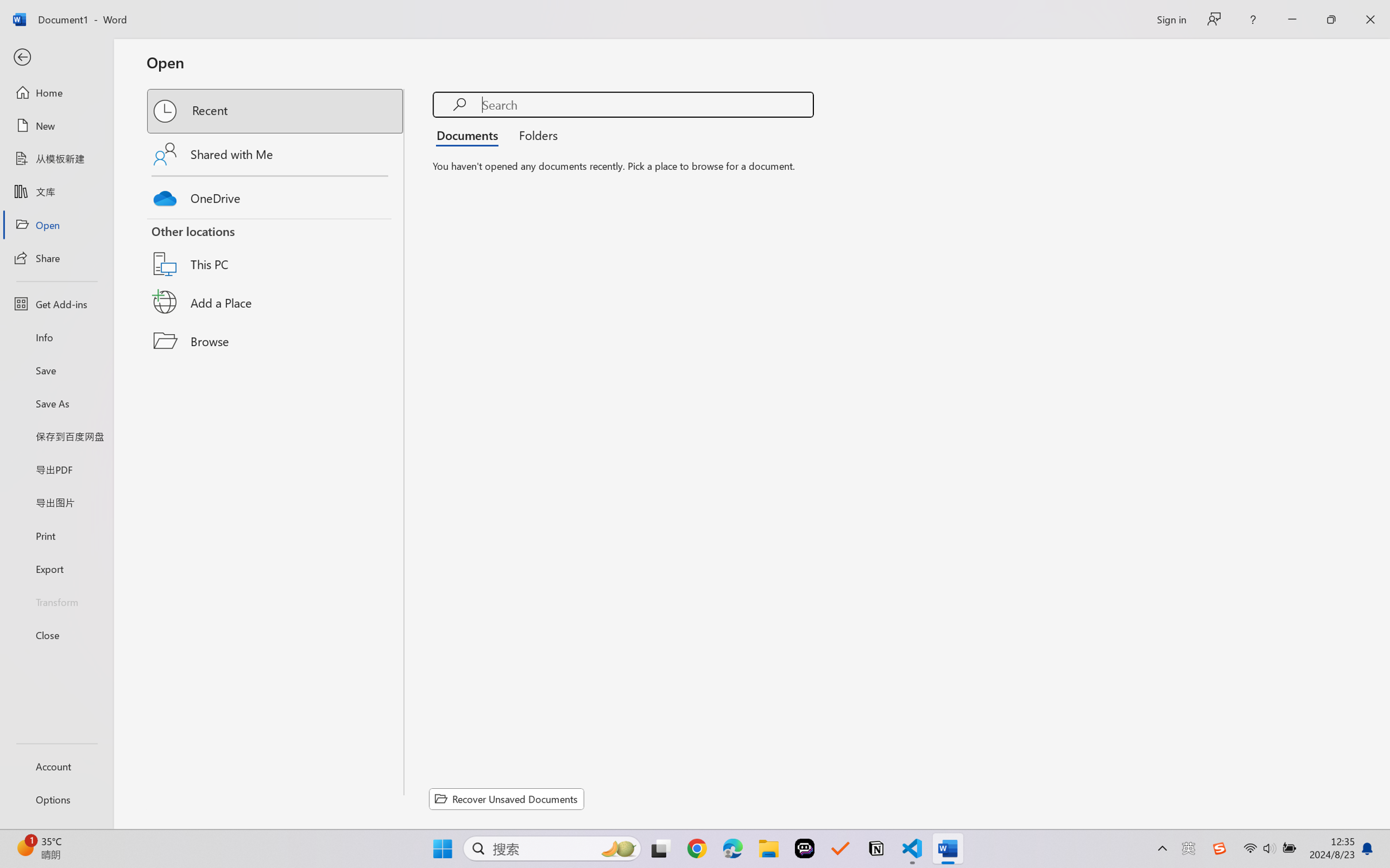 The image size is (1390, 868). What do you see at coordinates (56, 766) in the screenshot?
I see `'Account'` at bounding box center [56, 766].